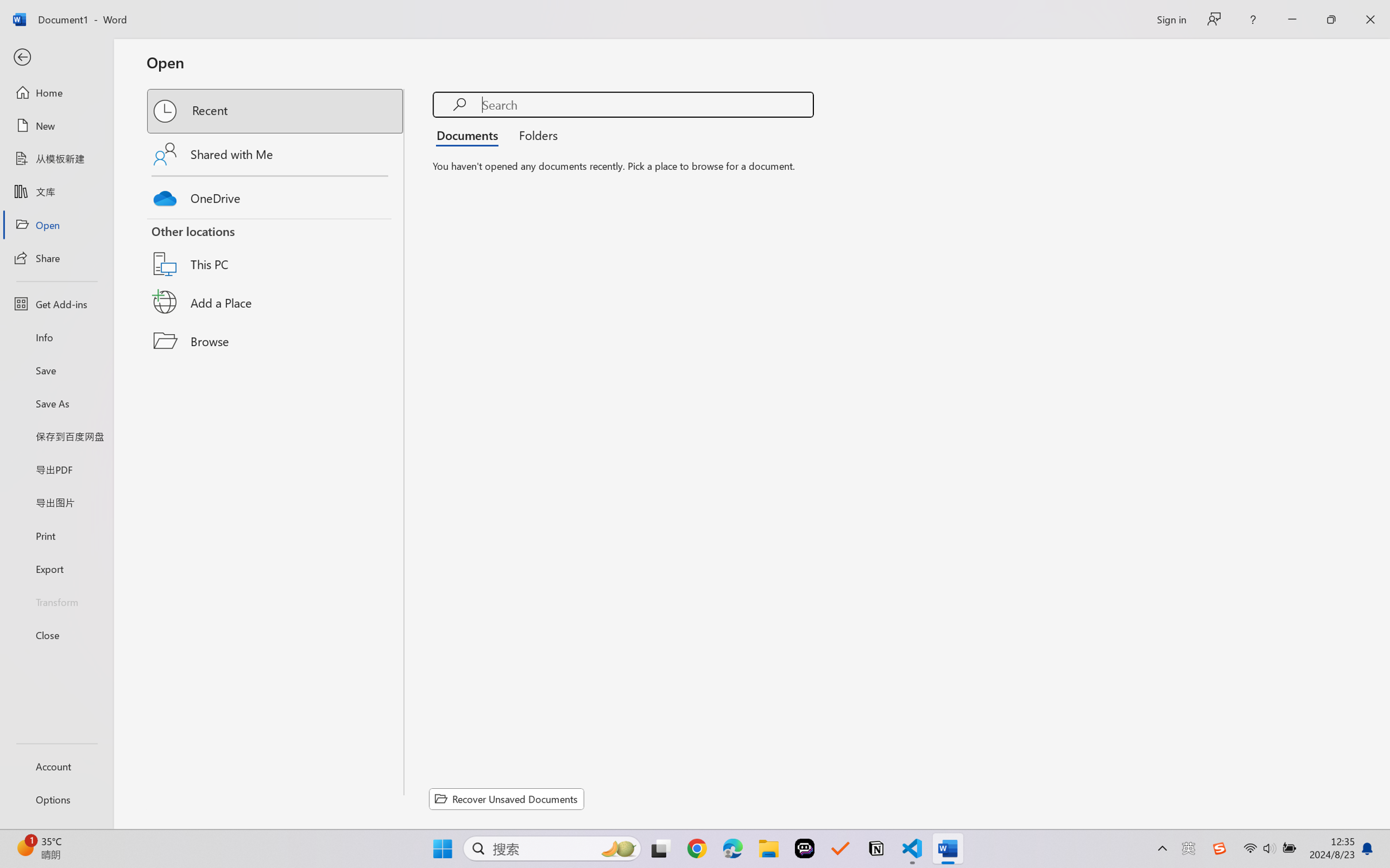 The image size is (1390, 868). What do you see at coordinates (56, 766) in the screenshot?
I see `'Account'` at bounding box center [56, 766].